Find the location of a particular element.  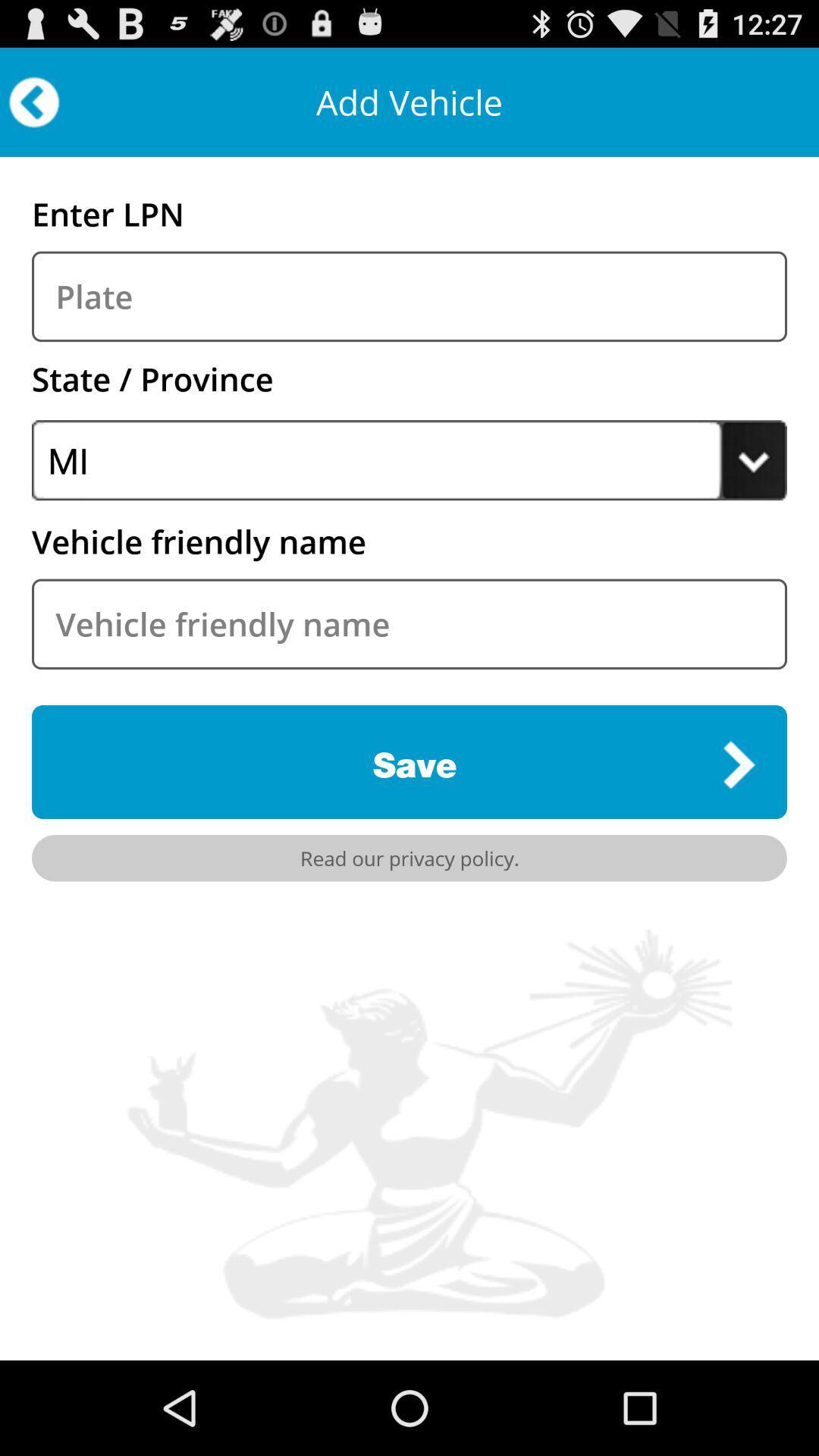

the arrow_backward icon is located at coordinates (34, 108).